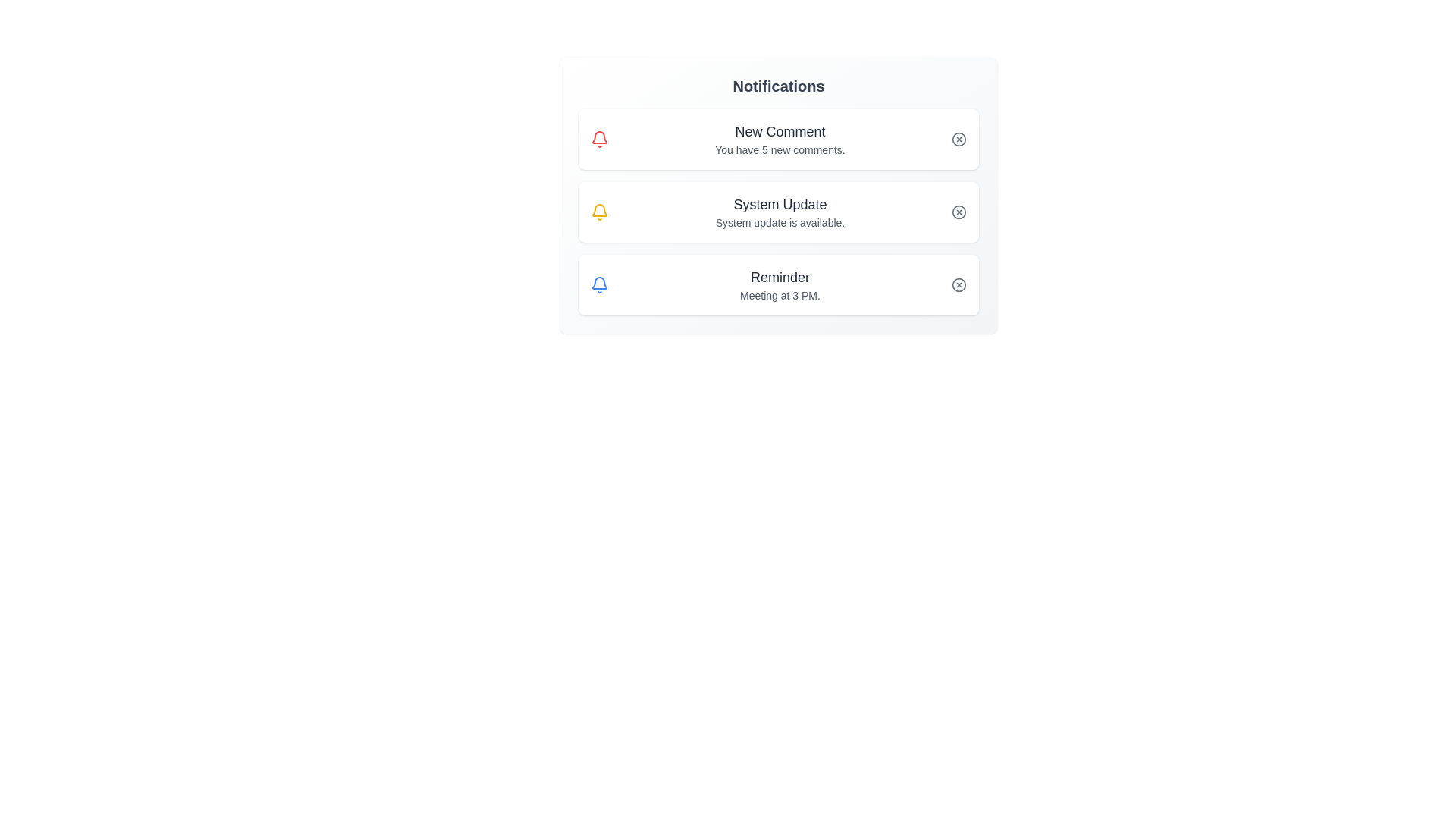 The height and width of the screenshot is (819, 1456). Describe the element at coordinates (780, 140) in the screenshot. I see `notification text displayed in the first notification box from the top, centered horizontally near the top-middle section` at that location.